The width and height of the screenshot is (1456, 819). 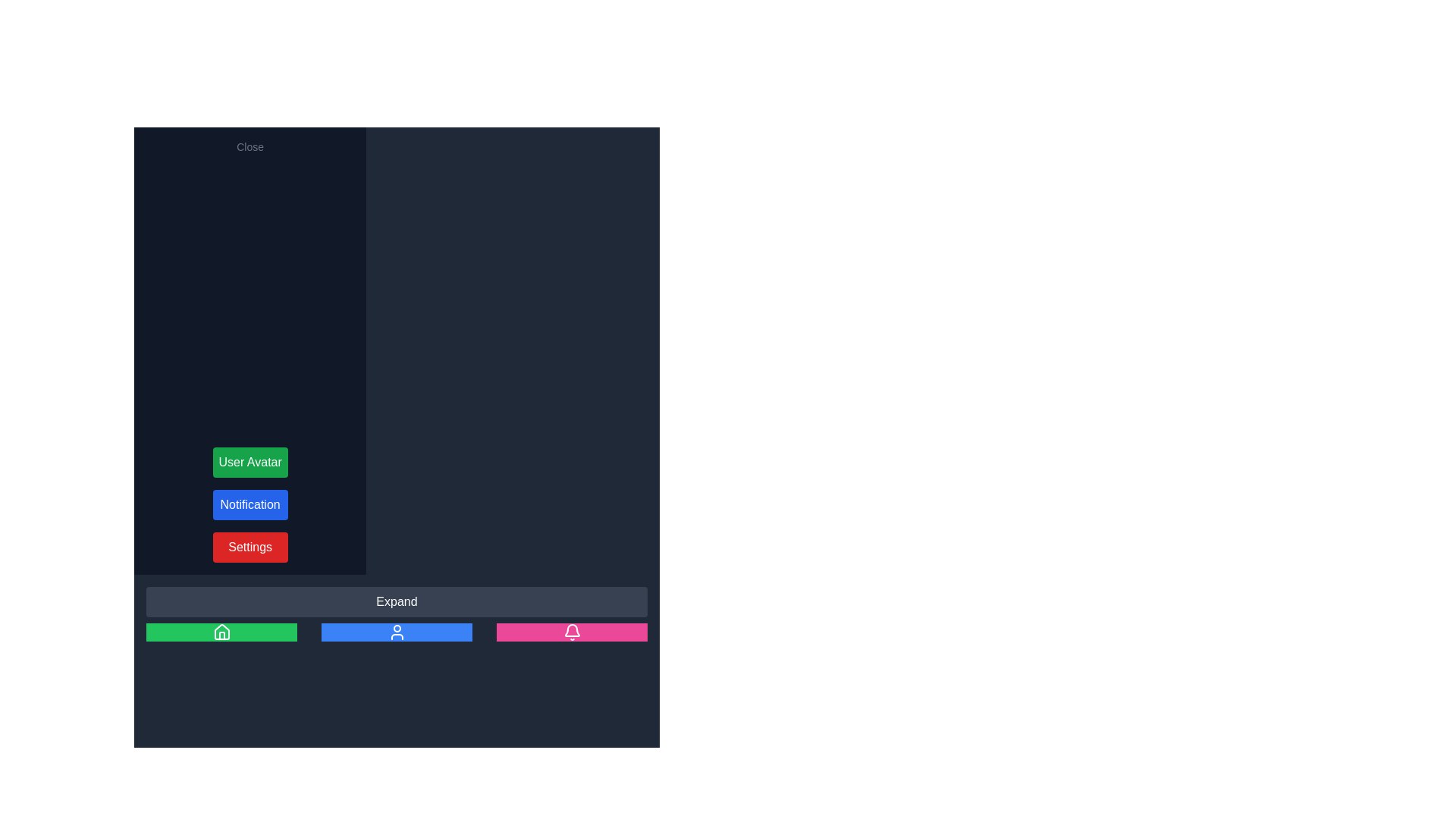 What do you see at coordinates (221, 632) in the screenshot?
I see `the house outline icon button on the green rectangular button at the bottom-center of the interface` at bounding box center [221, 632].